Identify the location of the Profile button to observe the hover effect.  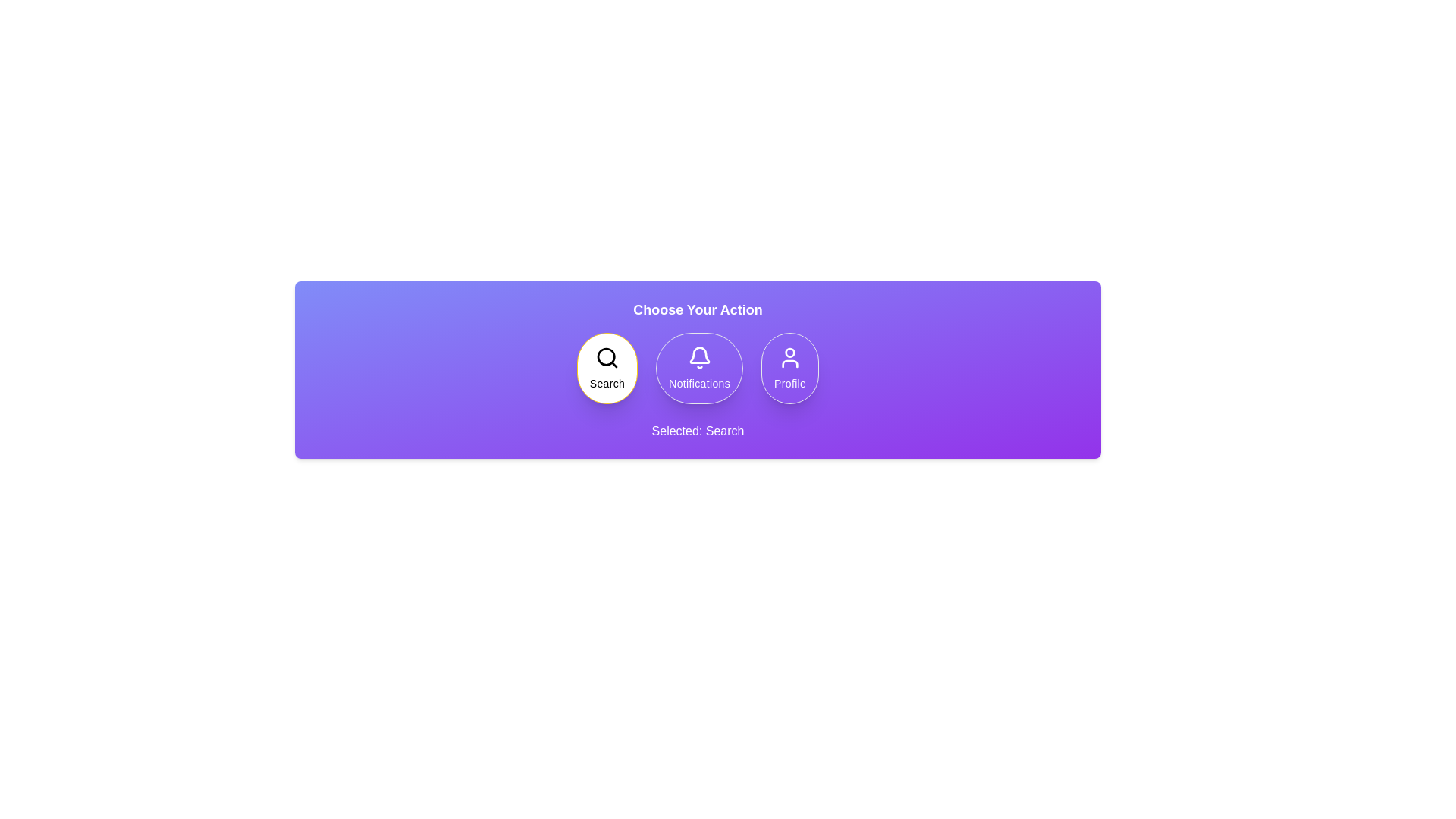
(789, 369).